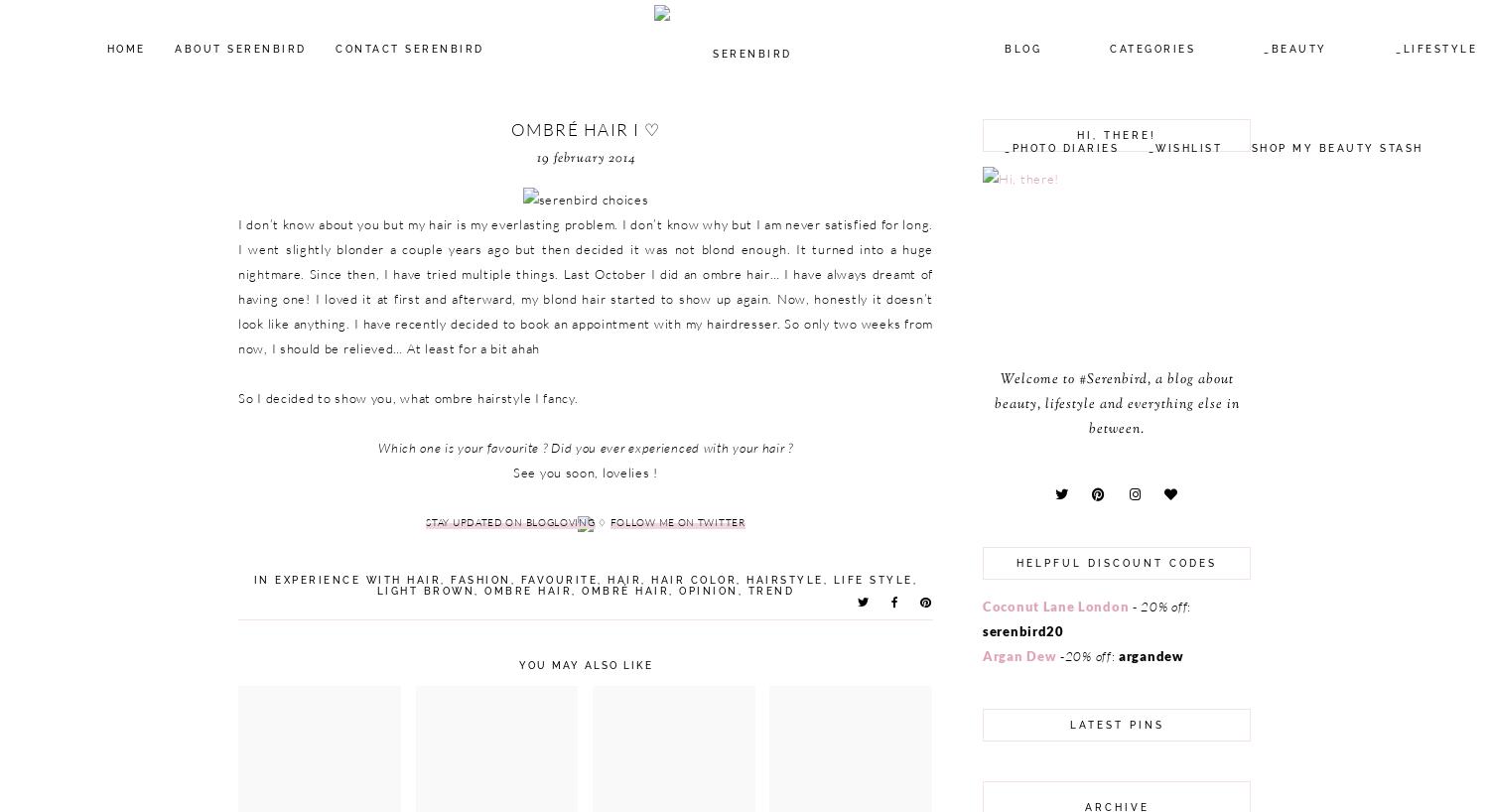  Describe the element at coordinates (263, 579) in the screenshot. I see `'in'` at that location.